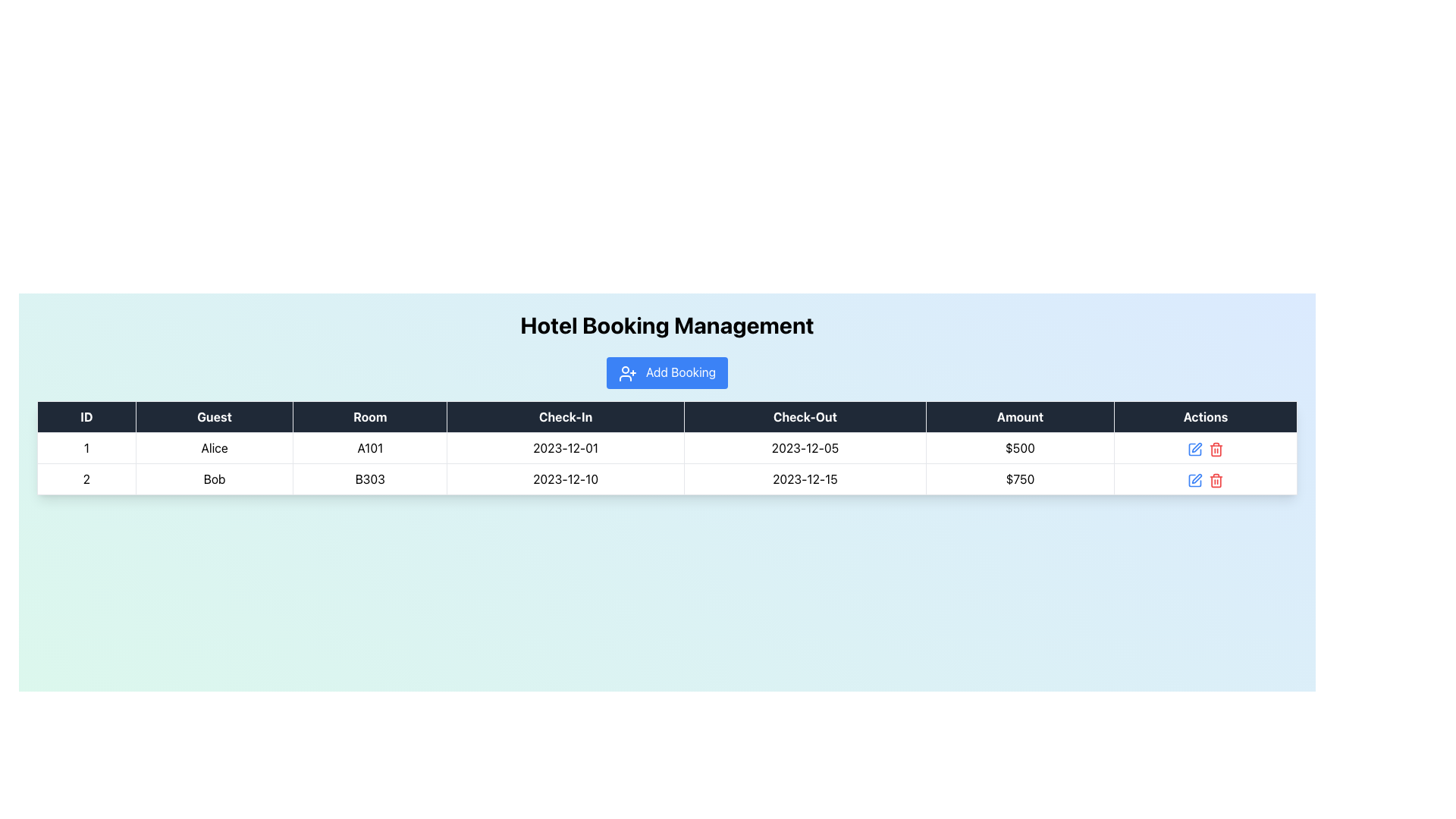  What do you see at coordinates (214, 447) in the screenshot?
I see `text in the table cell displaying the guest's name 'Alice' located in the second column of the first row in the Hotel Booking Management section` at bounding box center [214, 447].